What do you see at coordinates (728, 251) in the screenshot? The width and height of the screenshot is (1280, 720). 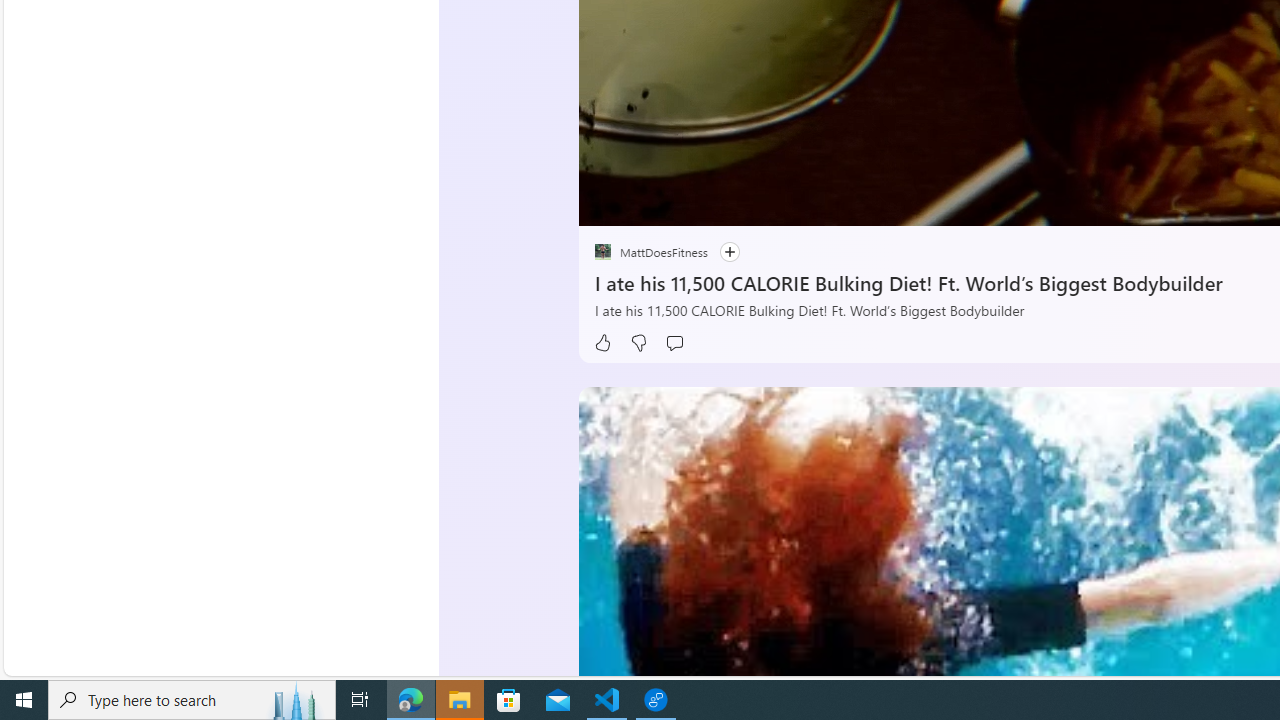 I see `'Follow'` at bounding box center [728, 251].